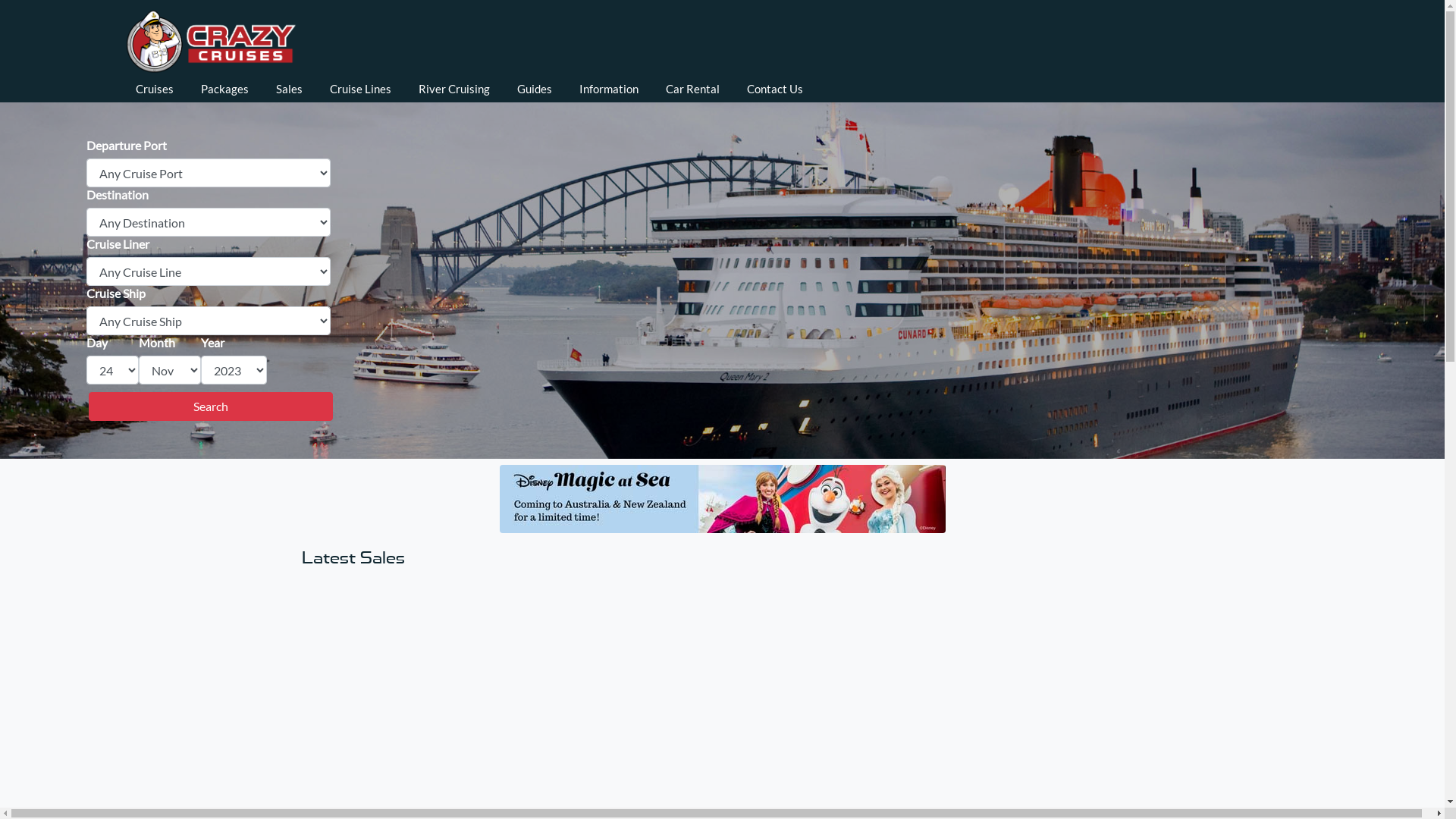 The image size is (1456, 819). What do you see at coordinates (692, 89) in the screenshot?
I see `'Car Rental'` at bounding box center [692, 89].